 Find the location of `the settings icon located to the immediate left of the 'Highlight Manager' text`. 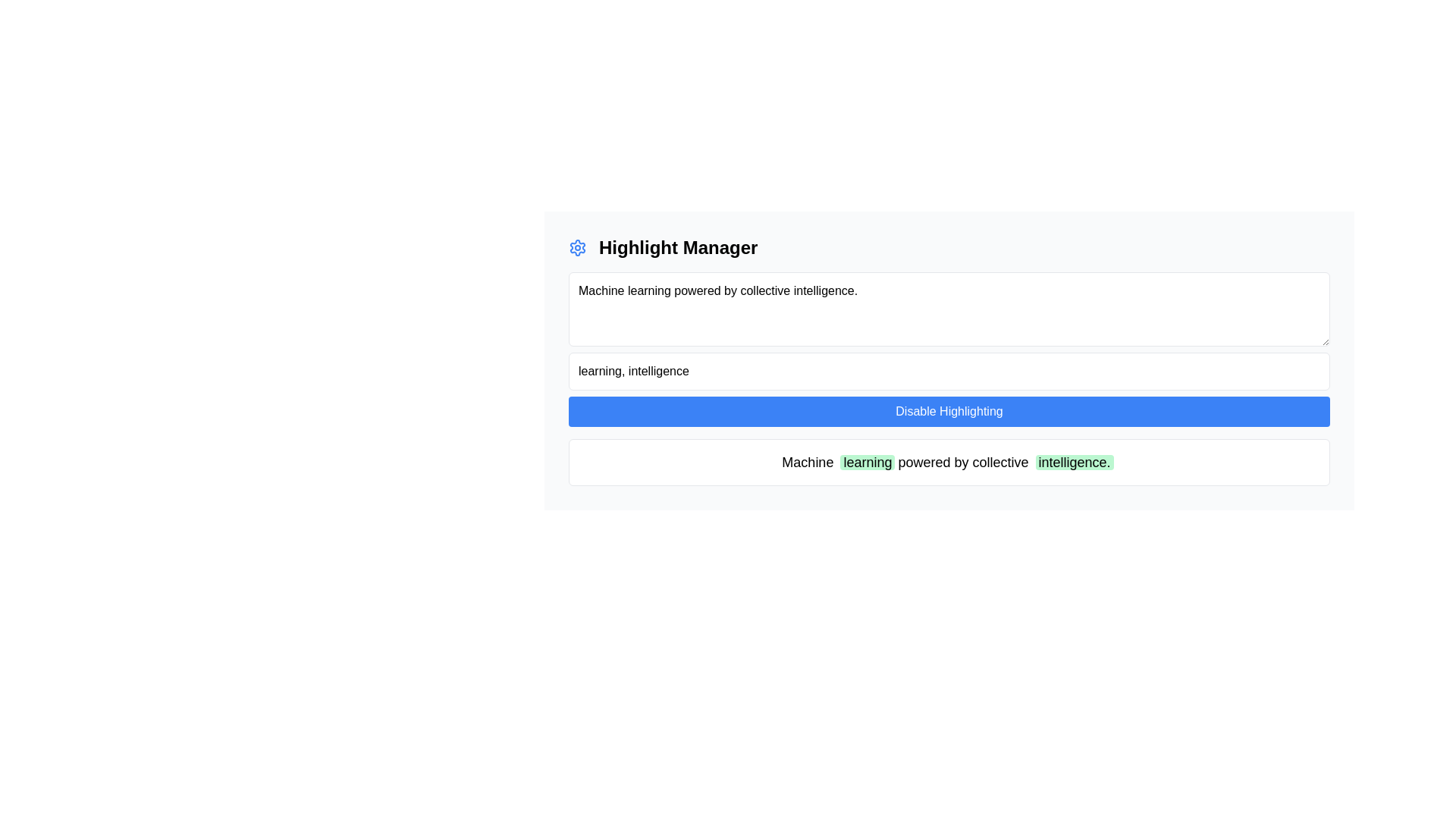

the settings icon located to the immediate left of the 'Highlight Manager' text is located at coordinates (577, 247).